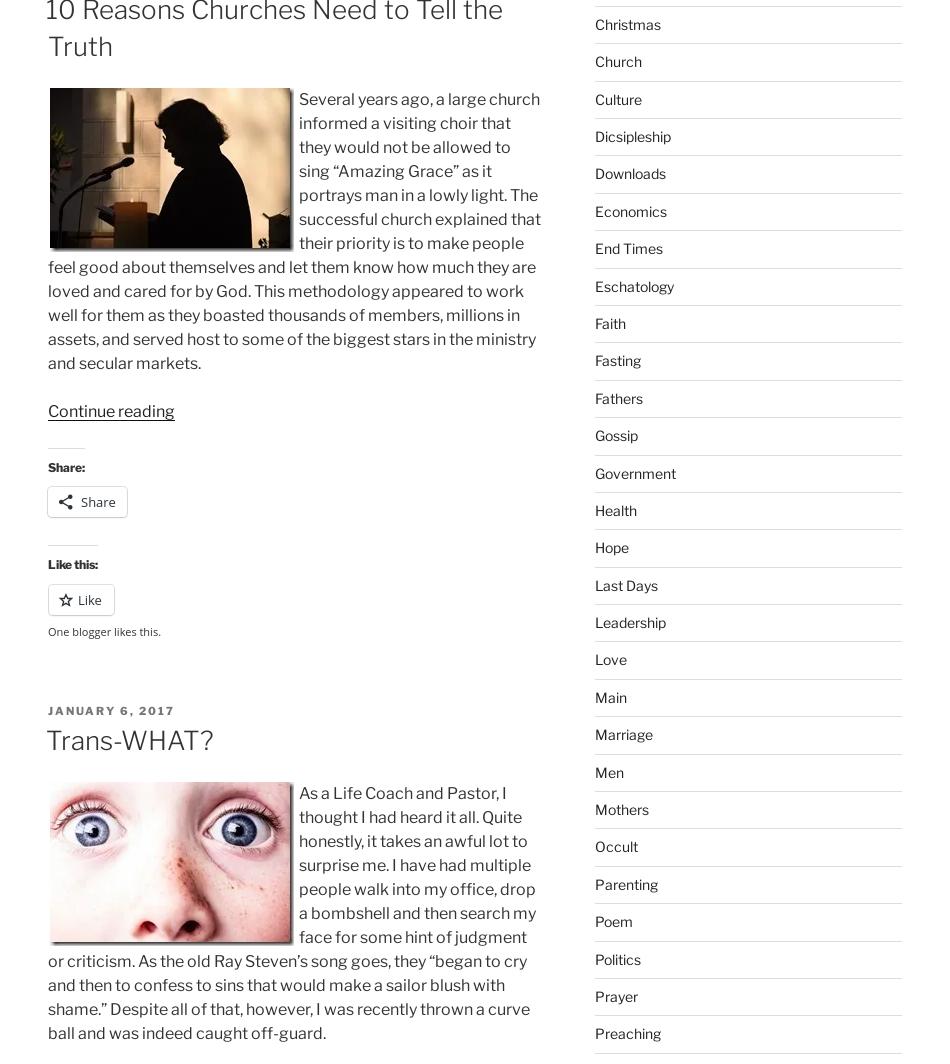 The height and width of the screenshot is (1064, 950). What do you see at coordinates (611, 547) in the screenshot?
I see `'Hope'` at bounding box center [611, 547].